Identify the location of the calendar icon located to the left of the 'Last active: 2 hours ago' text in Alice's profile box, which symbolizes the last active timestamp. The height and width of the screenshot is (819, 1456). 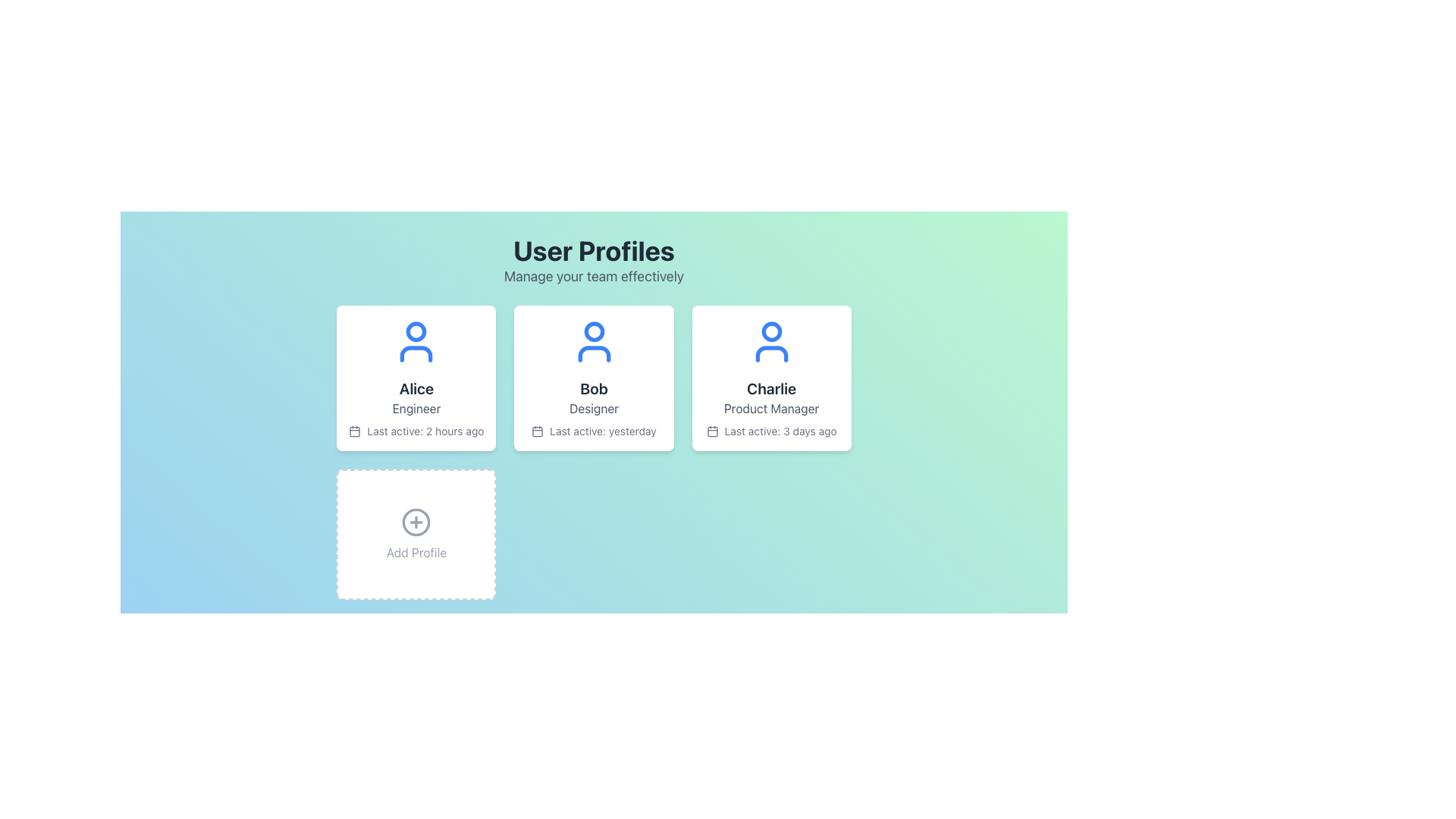
(353, 431).